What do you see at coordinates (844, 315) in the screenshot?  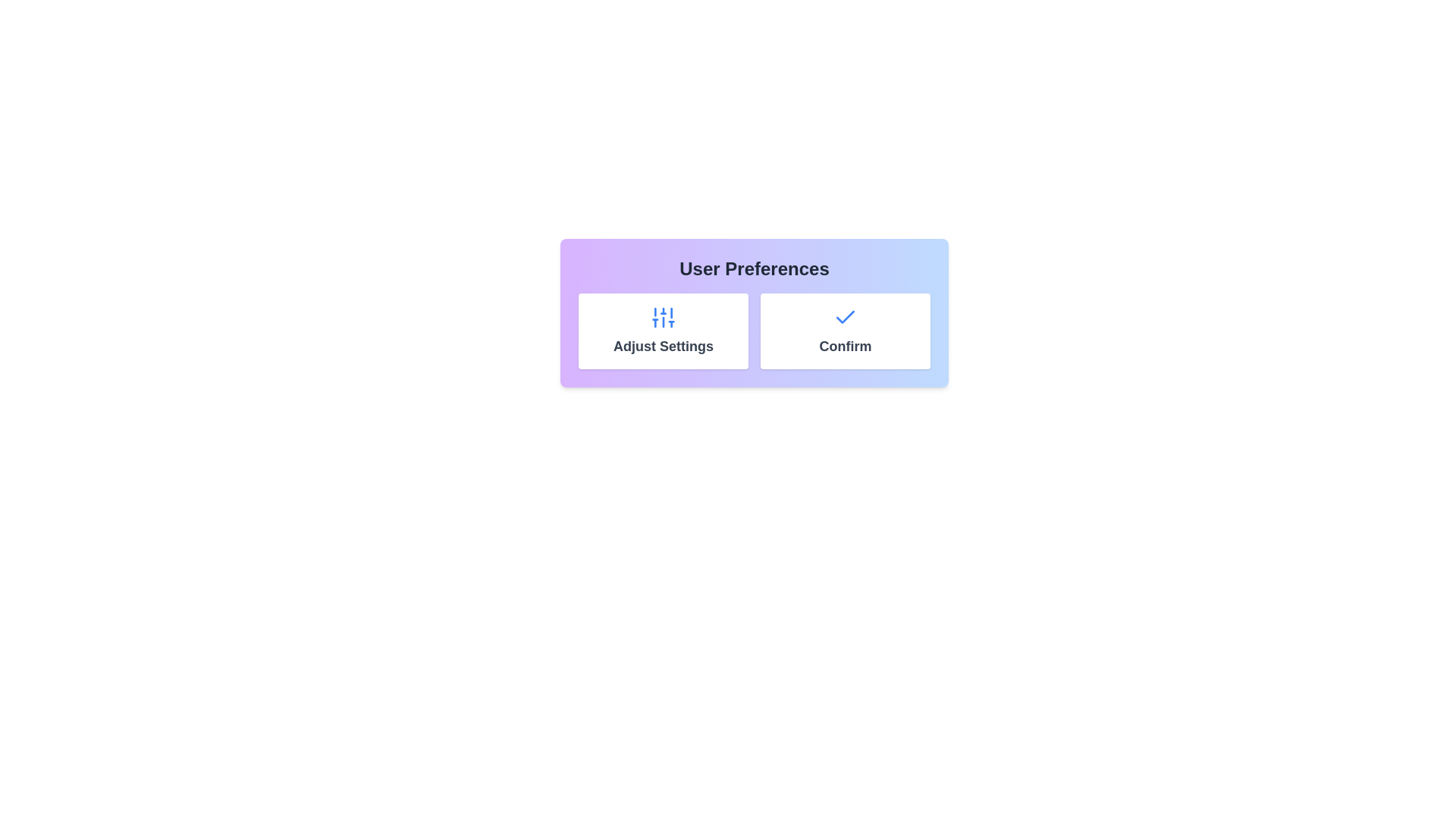 I see `the checkmark icon located in the 'Confirm' button within the 'User Preferences' panel` at bounding box center [844, 315].